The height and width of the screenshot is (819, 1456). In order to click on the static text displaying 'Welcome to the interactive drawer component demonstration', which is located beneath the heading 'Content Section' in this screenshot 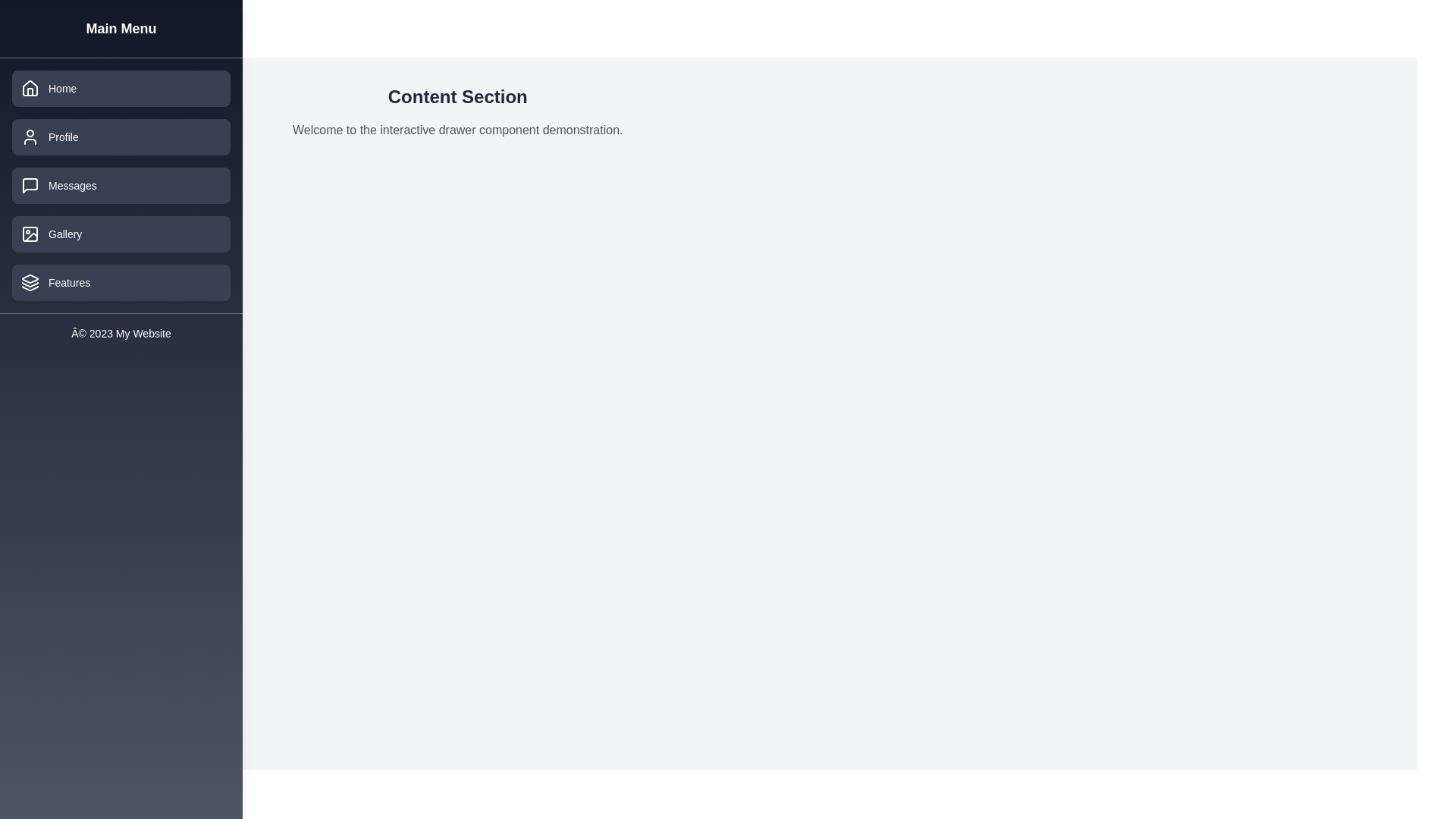, I will do `click(457, 130)`.